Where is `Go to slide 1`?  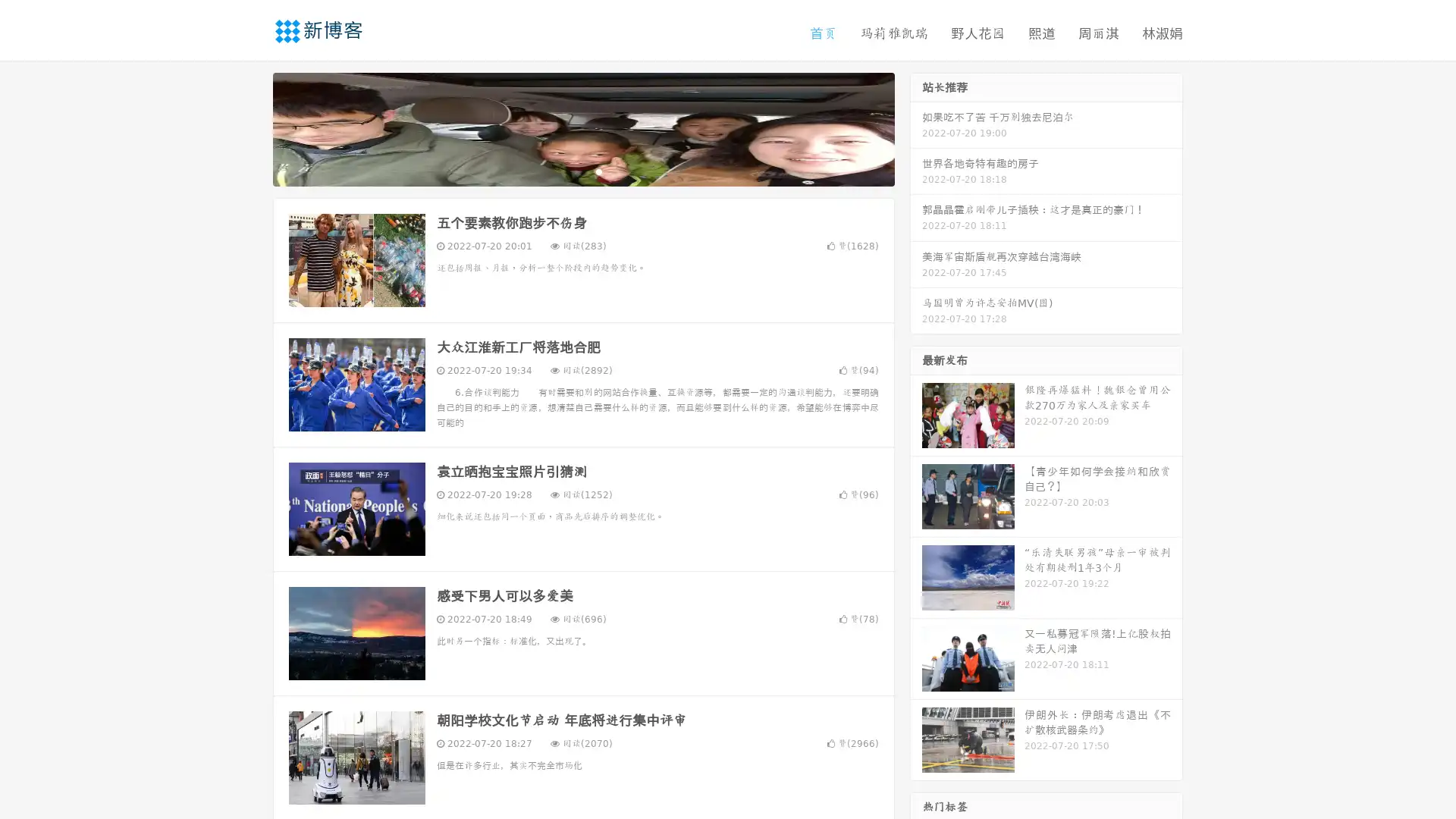
Go to slide 1 is located at coordinates (567, 171).